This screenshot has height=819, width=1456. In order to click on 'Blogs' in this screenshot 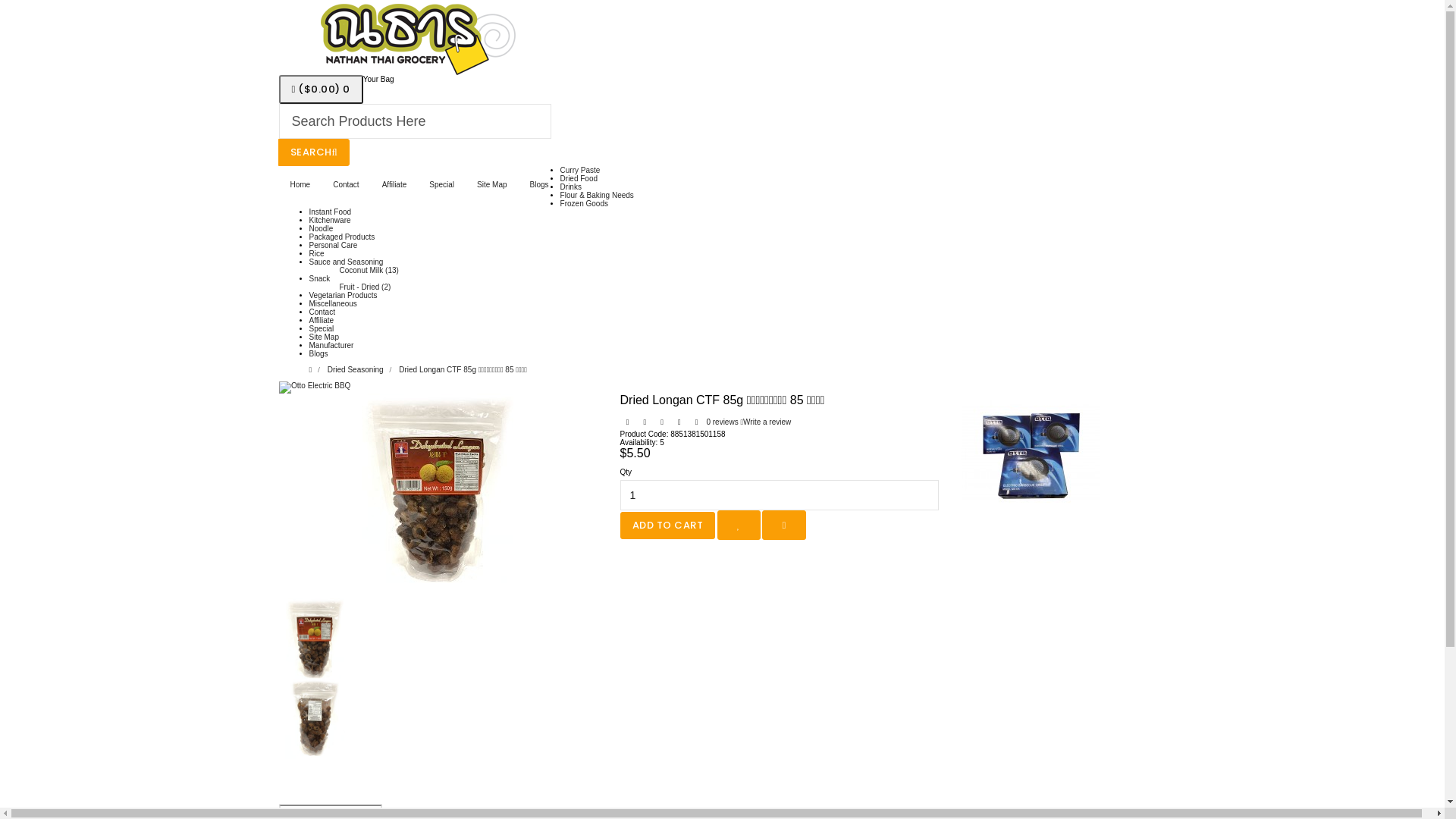, I will do `click(539, 184)`.